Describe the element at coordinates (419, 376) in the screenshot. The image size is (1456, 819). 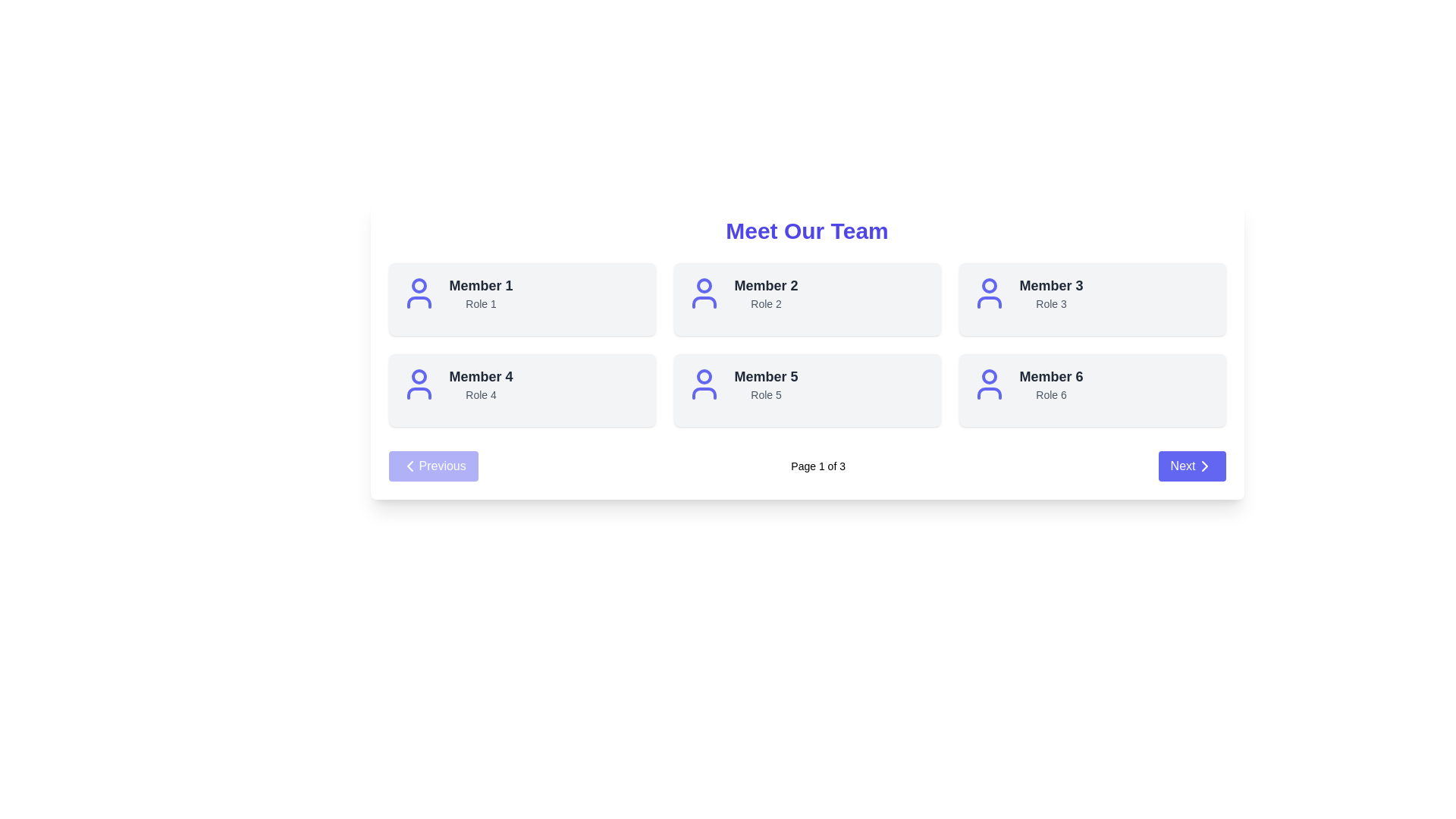
I see `the circular graphic element representing the head component of the user profile icon for 'Member 4, Role 4' in the lower-left corner of the grid layout` at that location.